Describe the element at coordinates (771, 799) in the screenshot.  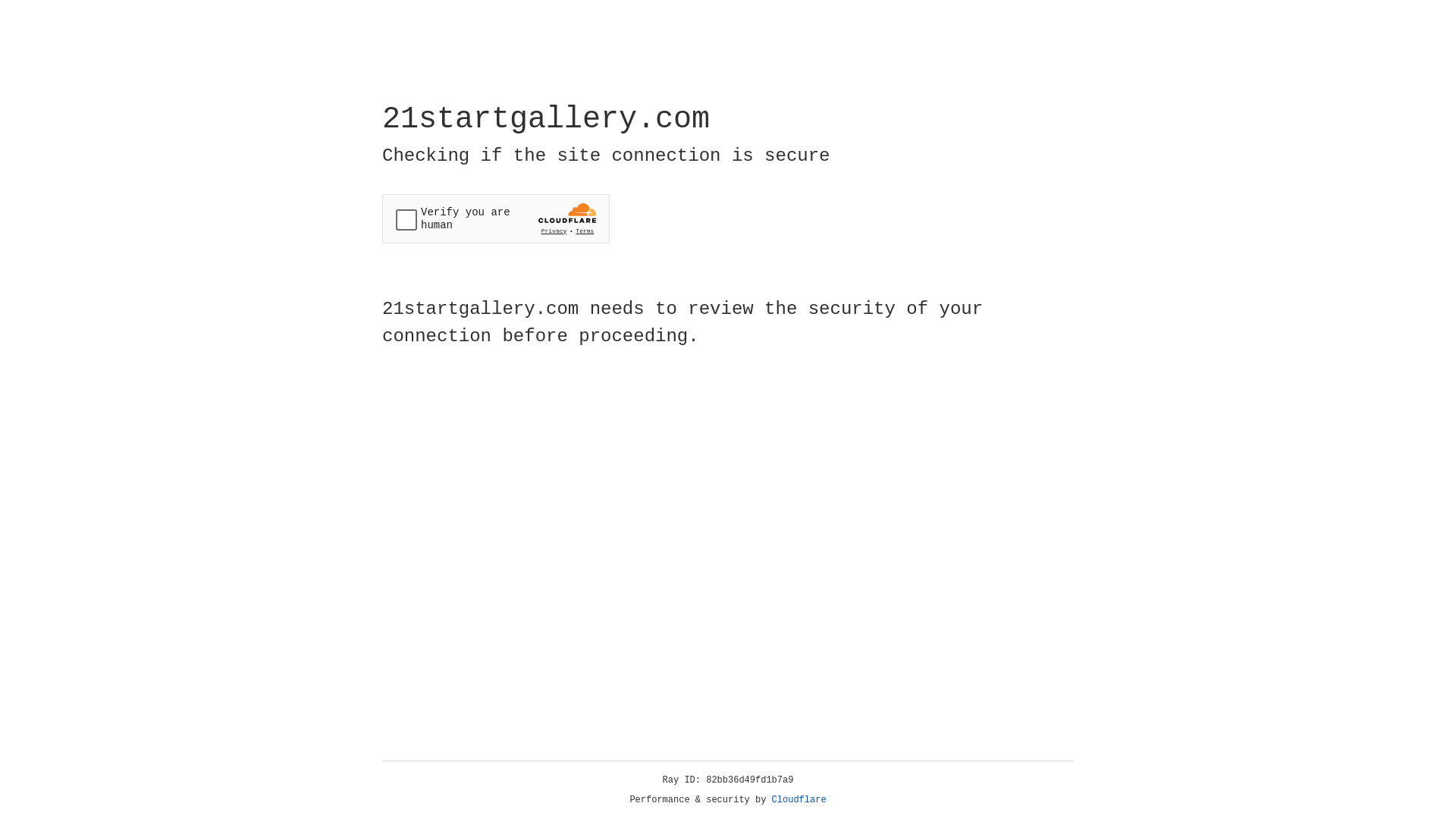
I see `'Cloudflare'` at that location.